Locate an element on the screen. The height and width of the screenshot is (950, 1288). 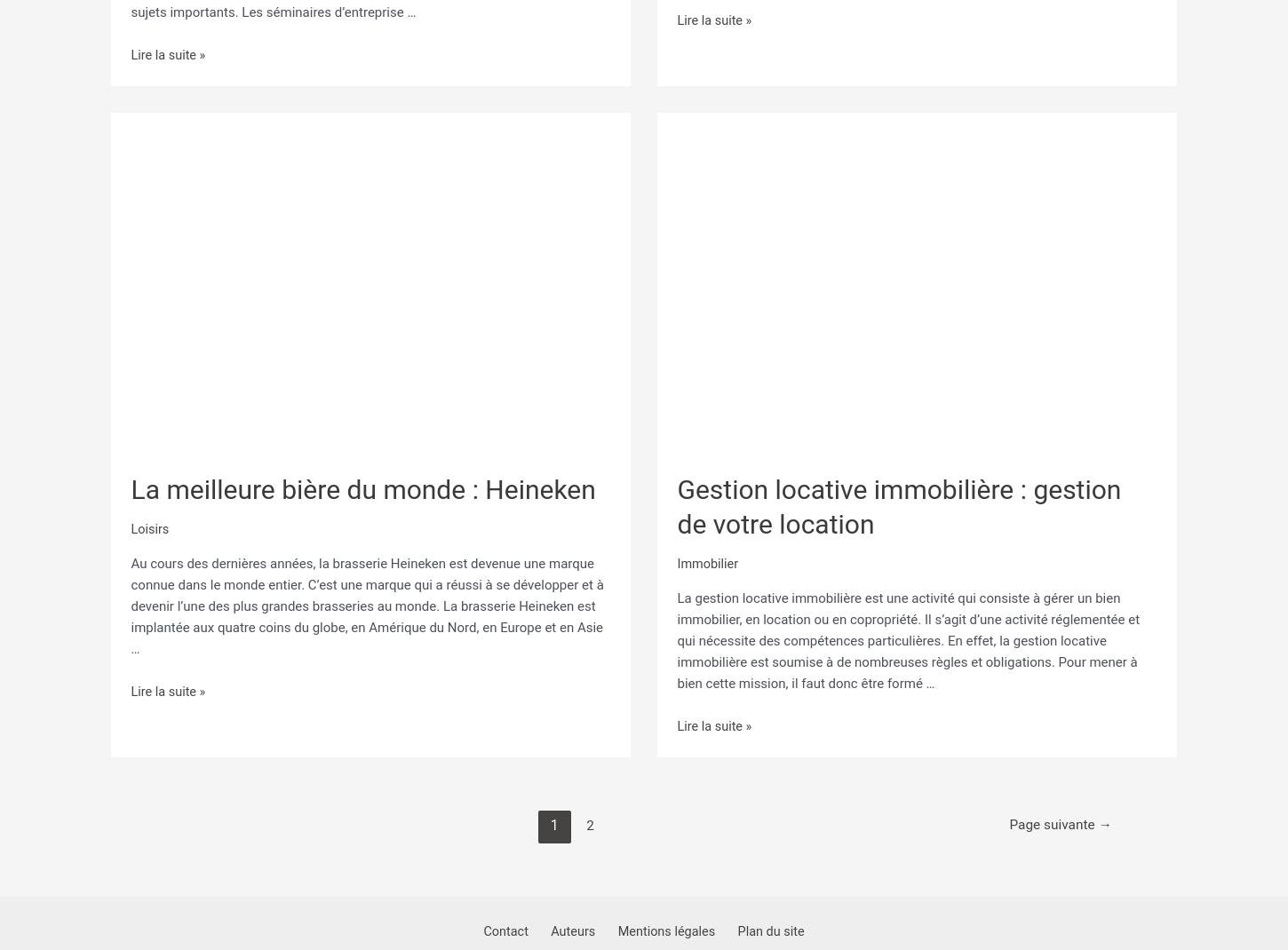
'Gestion locative immobilière : gestion de votre location' is located at coordinates (676, 499).